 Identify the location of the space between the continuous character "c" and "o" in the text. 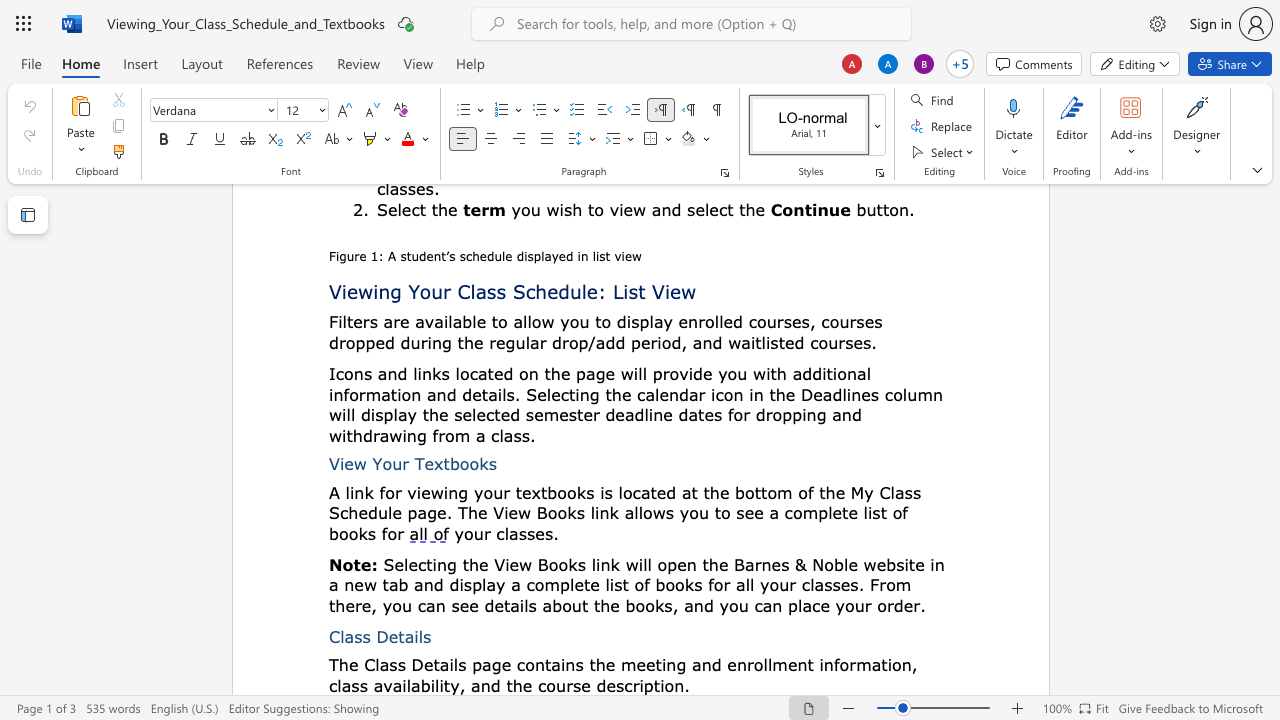
(546, 684).